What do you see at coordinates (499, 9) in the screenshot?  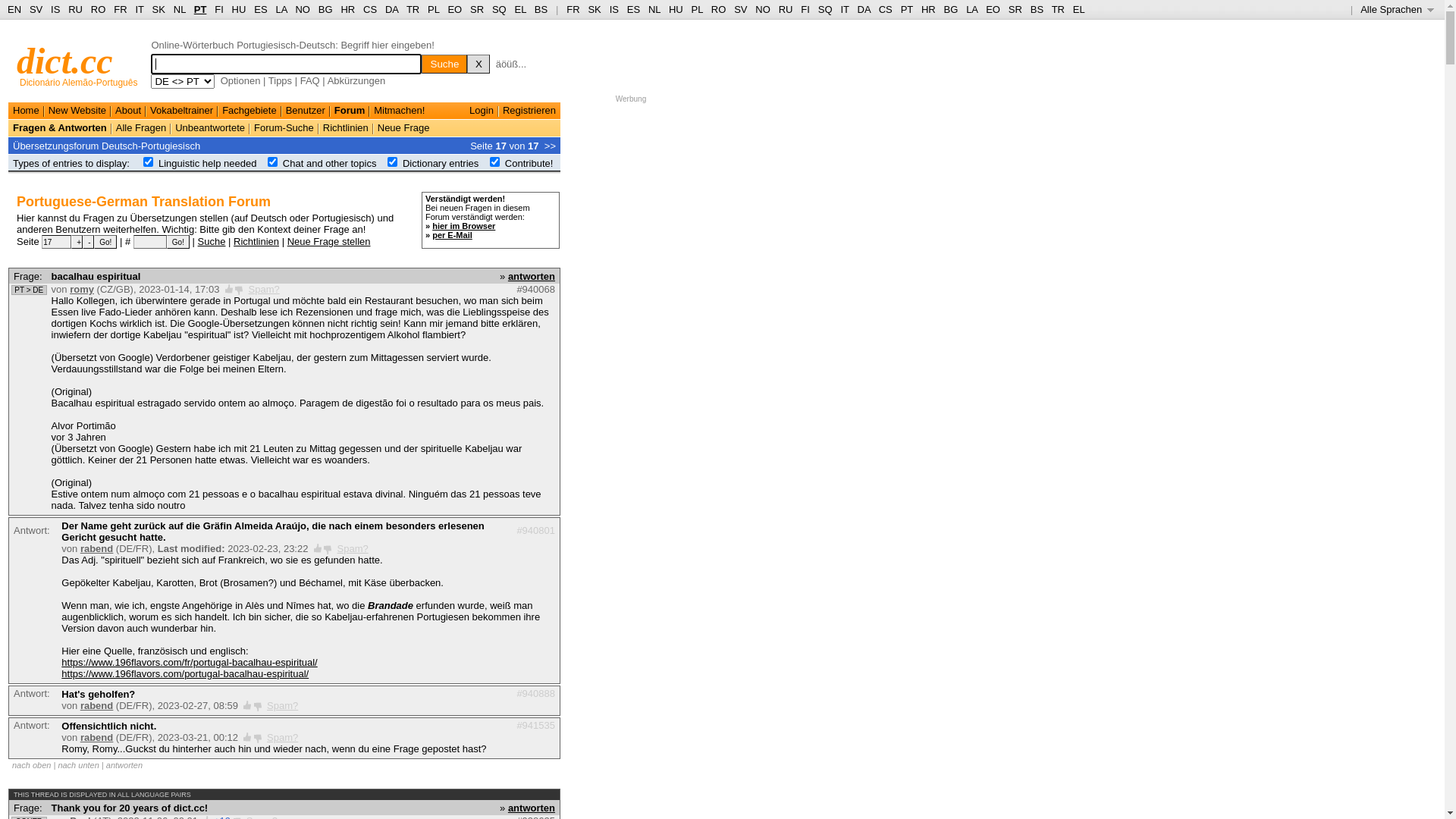 I see `'SQ'` at bounding box center [499, 9].